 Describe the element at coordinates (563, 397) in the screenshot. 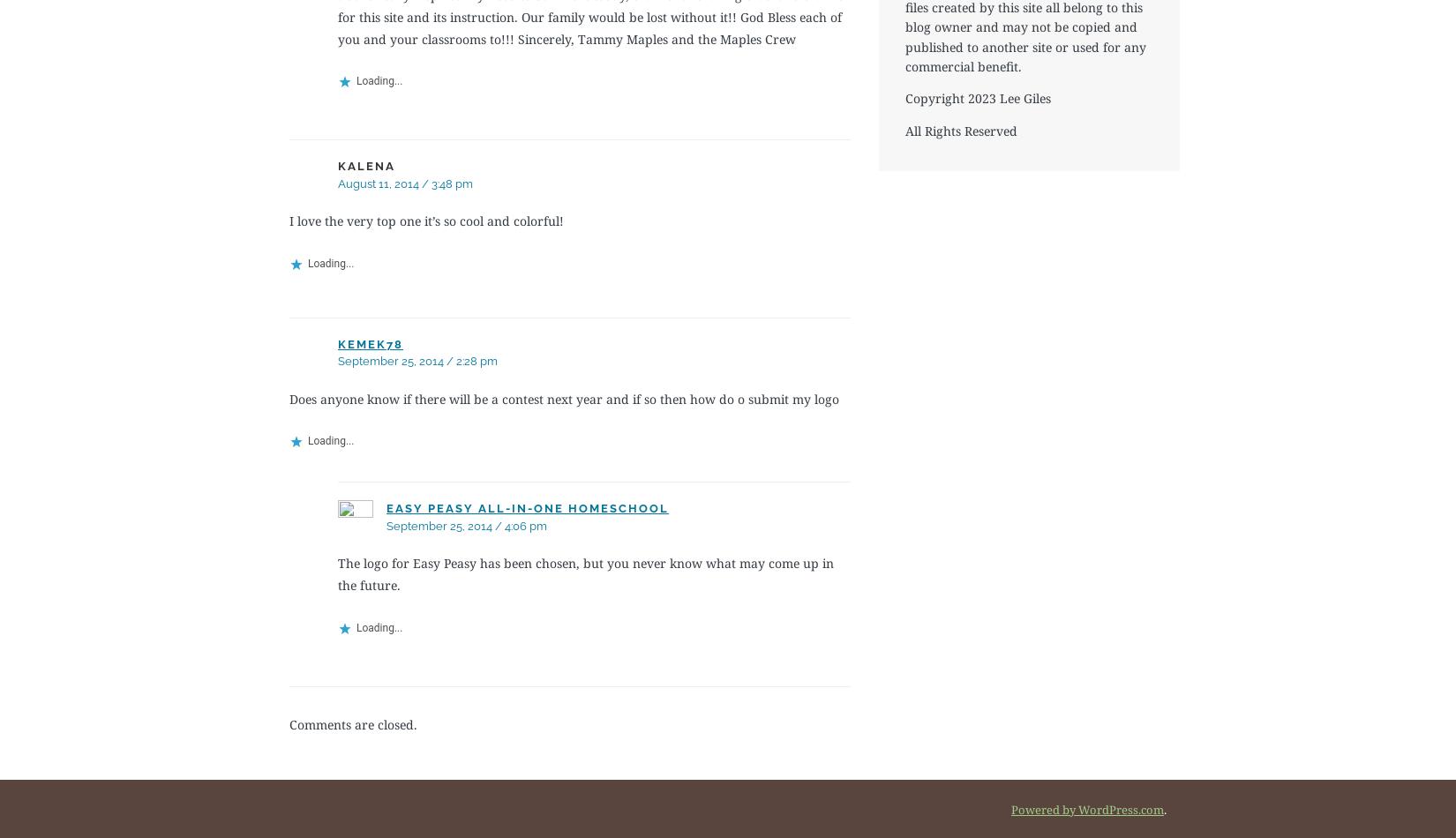

I see `'Does anyone know if there will be a contest next year and if so then how do o submit my logo'` at that location.